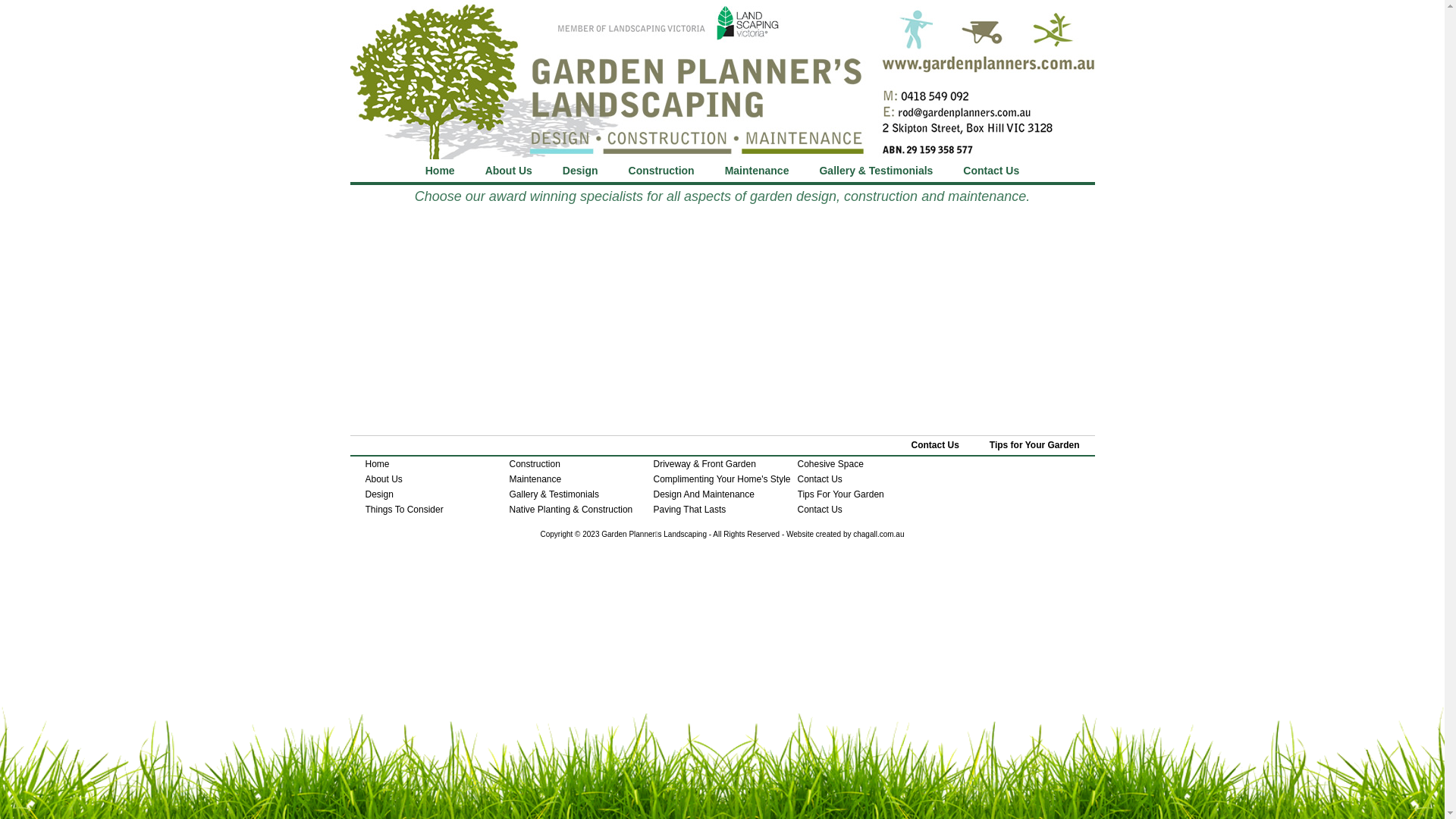 The height and width of the screenshot is (819, 1456). What do you see at coordinates (839, 494) in the screenshot?
I see `'Tips For Your Garden'` at bounding box center [839, 494].